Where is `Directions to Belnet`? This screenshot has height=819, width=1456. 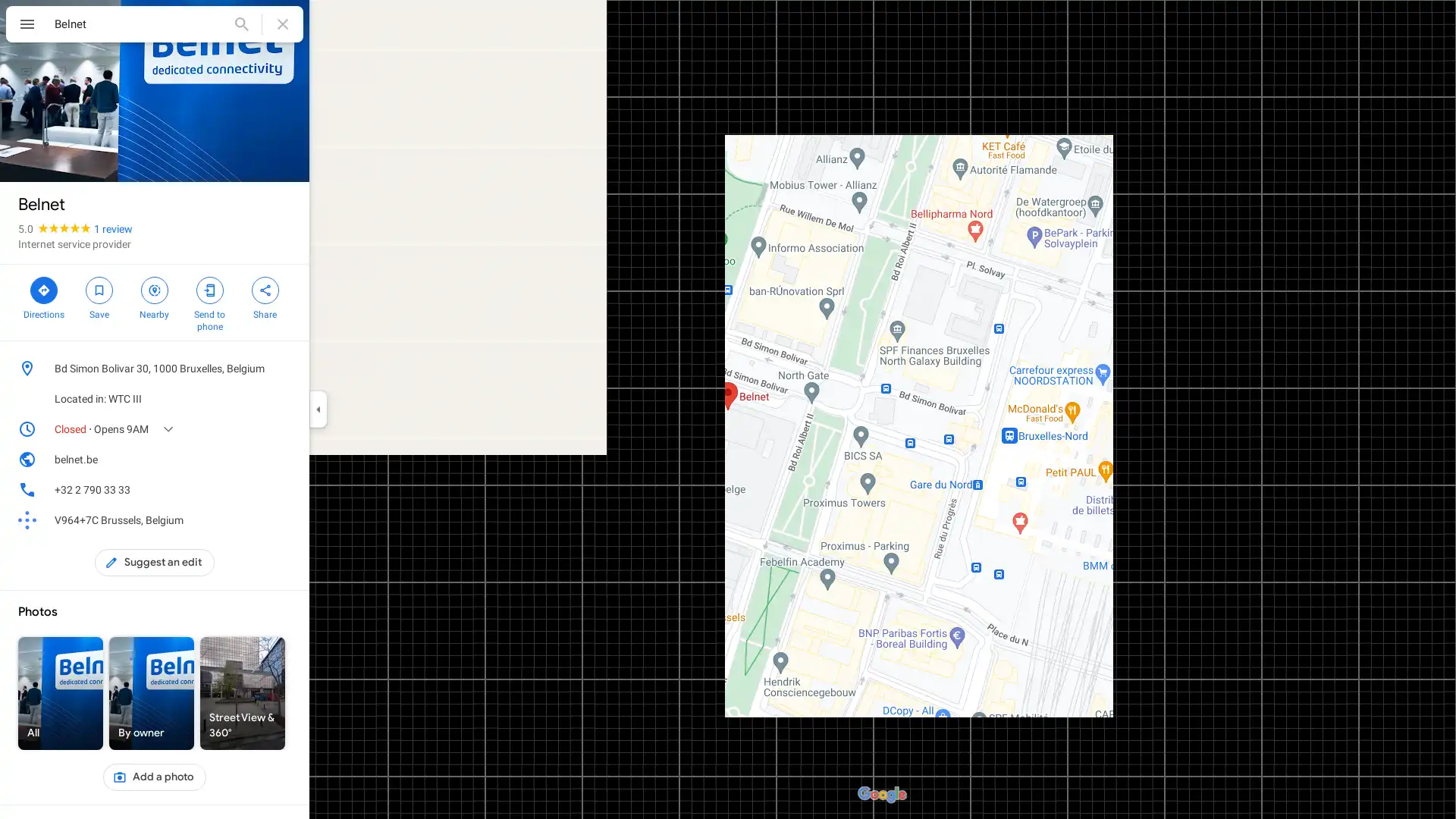
Directions to Belnet is located at coordinates (43, 296).